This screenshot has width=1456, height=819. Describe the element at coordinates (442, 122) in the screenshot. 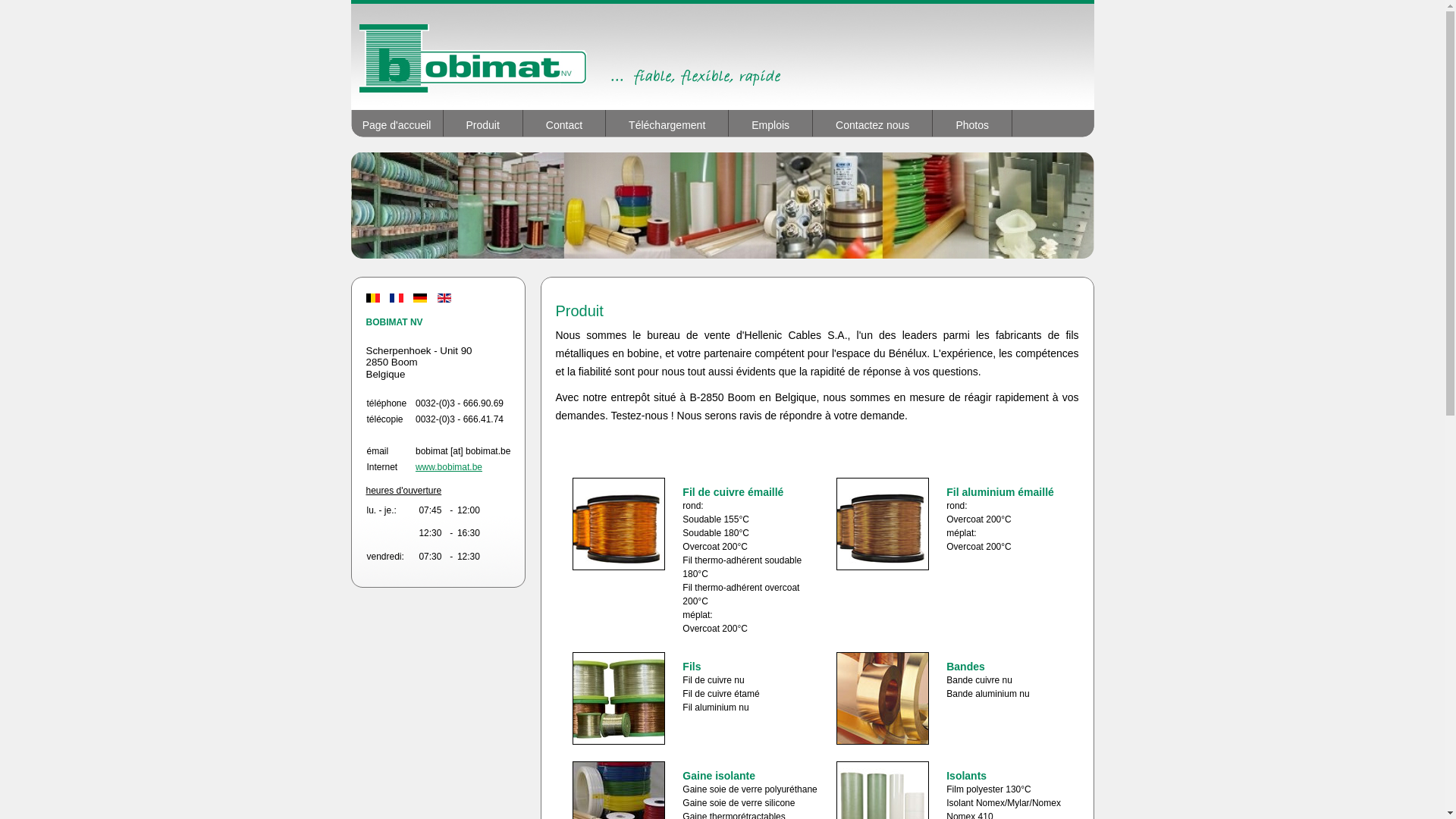

I see `'Produit'` at that location.